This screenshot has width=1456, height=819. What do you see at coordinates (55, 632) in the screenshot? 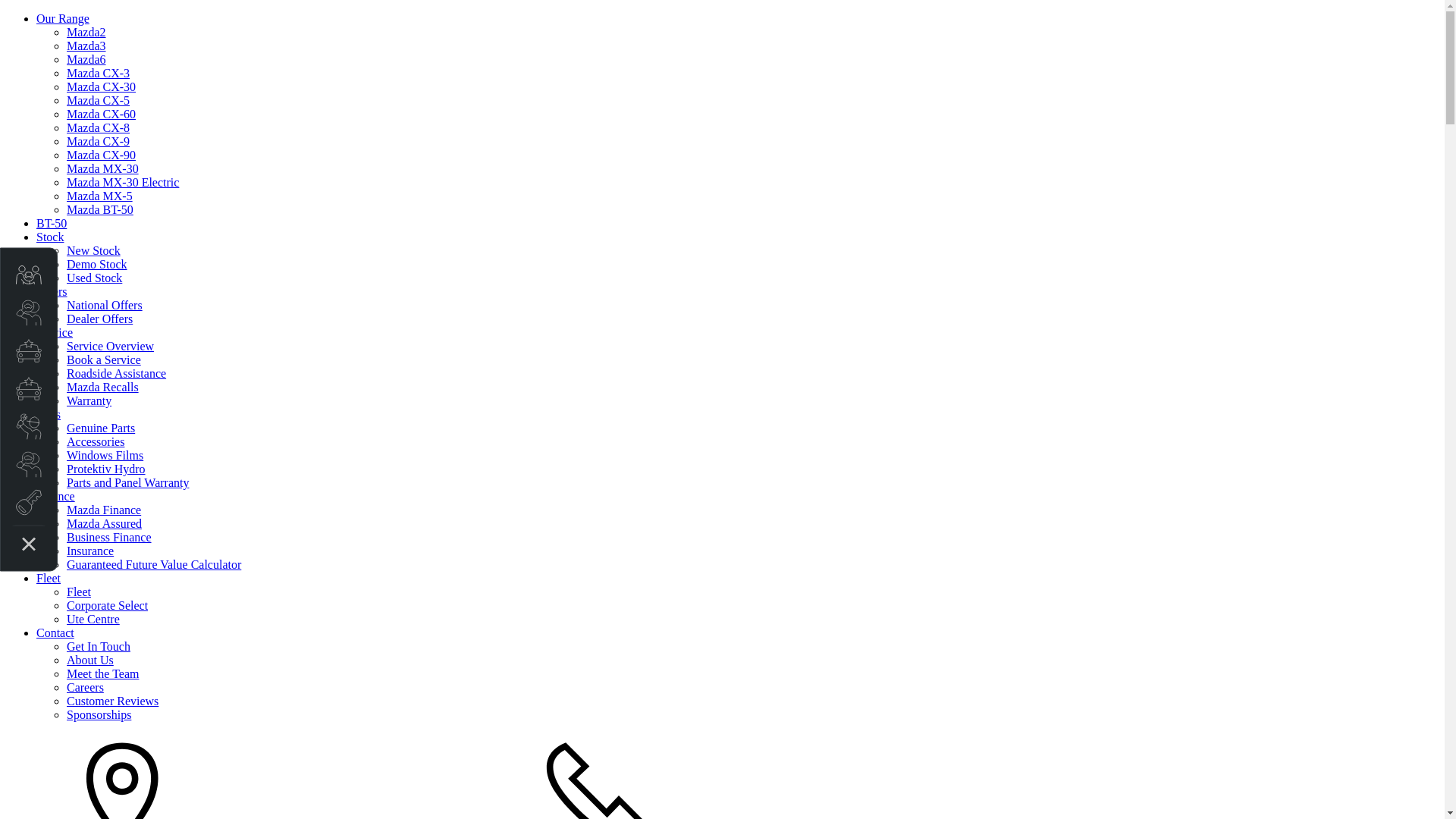
I see `'Contact'` at bounding box center [55, 632].